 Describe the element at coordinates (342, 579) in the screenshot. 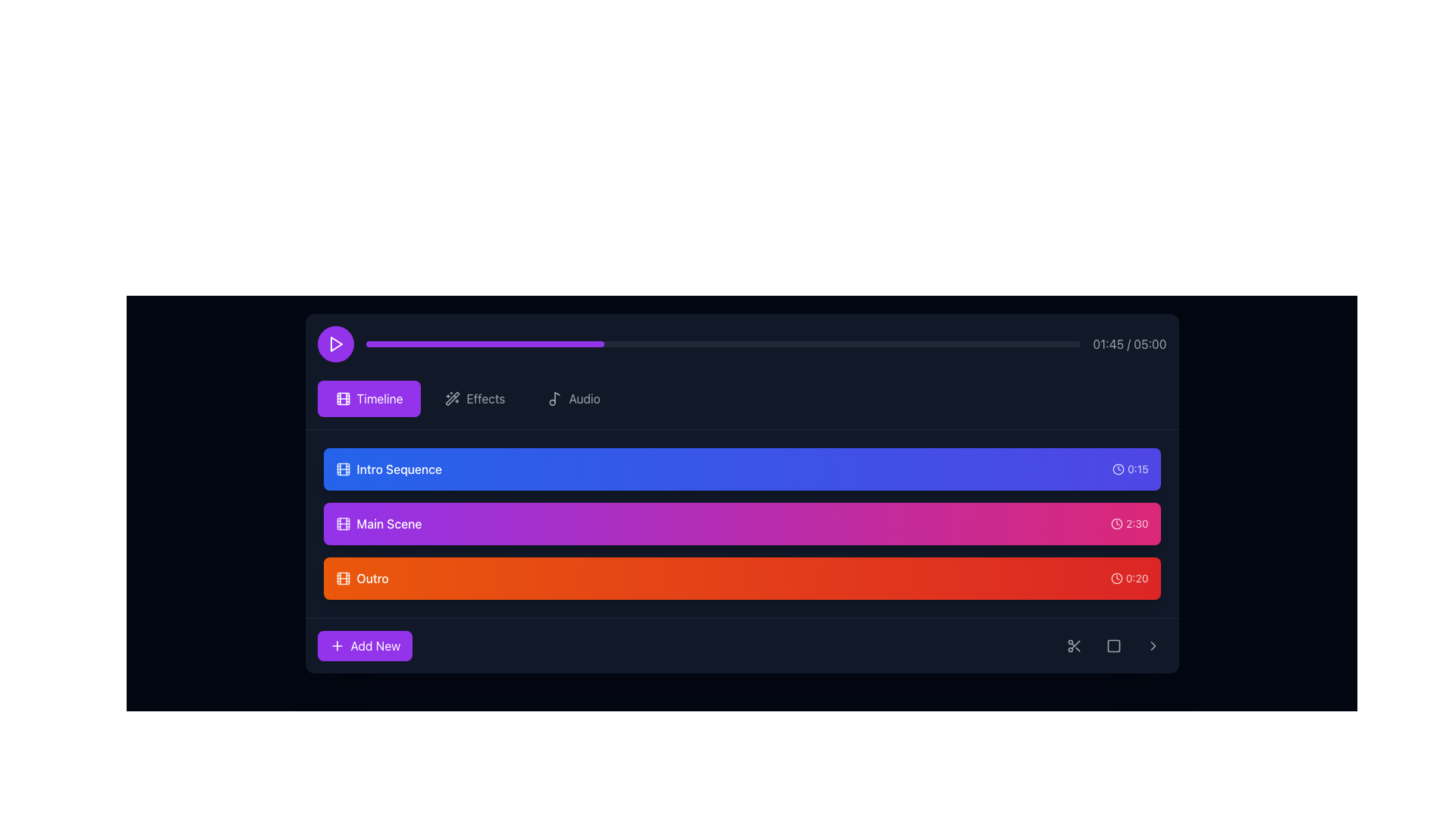

I see `the video icon associated with the 'Outro' label located on the left-most side of the highlighted orange row in the sequence selector panel` at that location.